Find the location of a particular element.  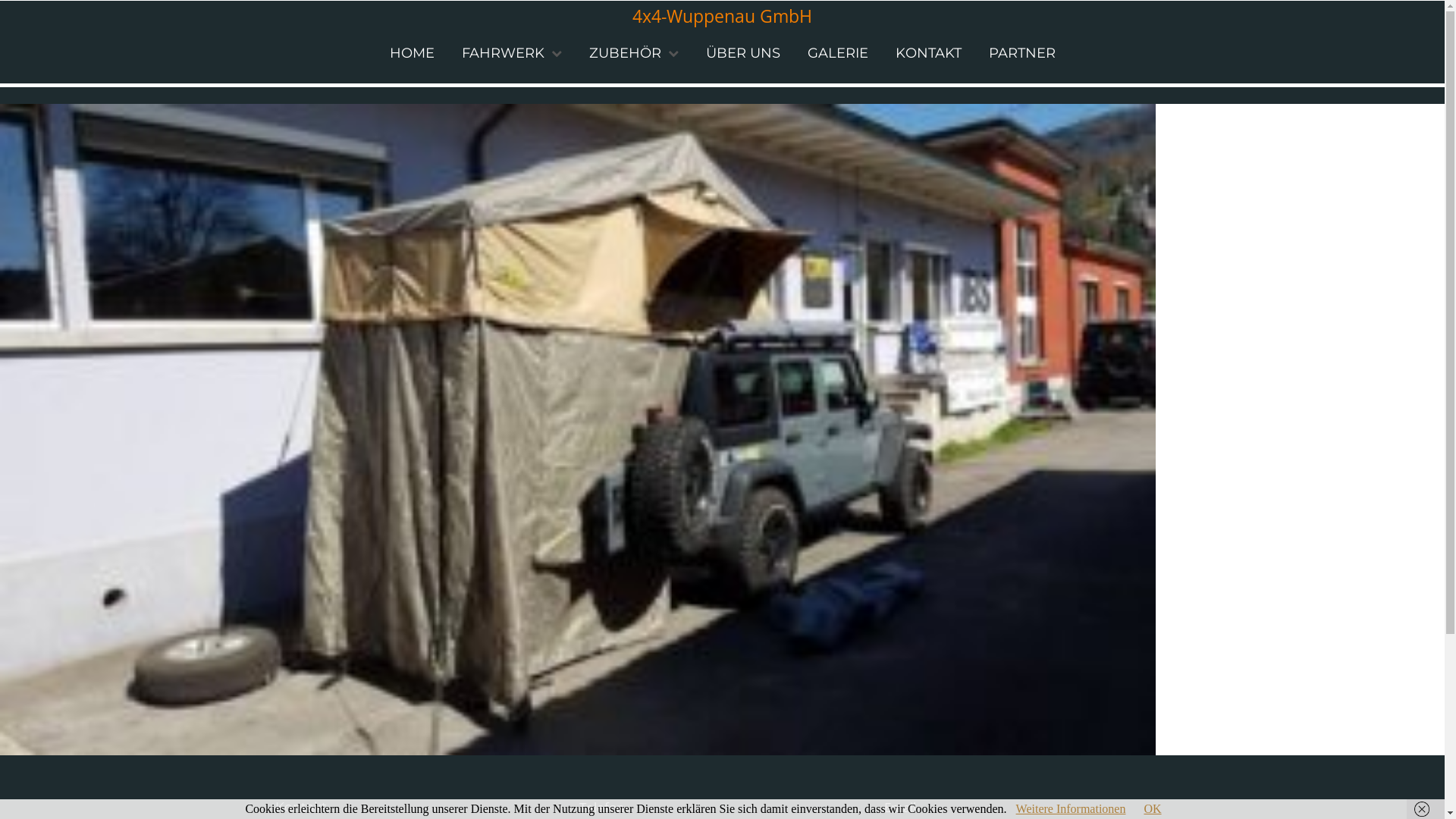

'OK' is located at coordinates (1152, 808).